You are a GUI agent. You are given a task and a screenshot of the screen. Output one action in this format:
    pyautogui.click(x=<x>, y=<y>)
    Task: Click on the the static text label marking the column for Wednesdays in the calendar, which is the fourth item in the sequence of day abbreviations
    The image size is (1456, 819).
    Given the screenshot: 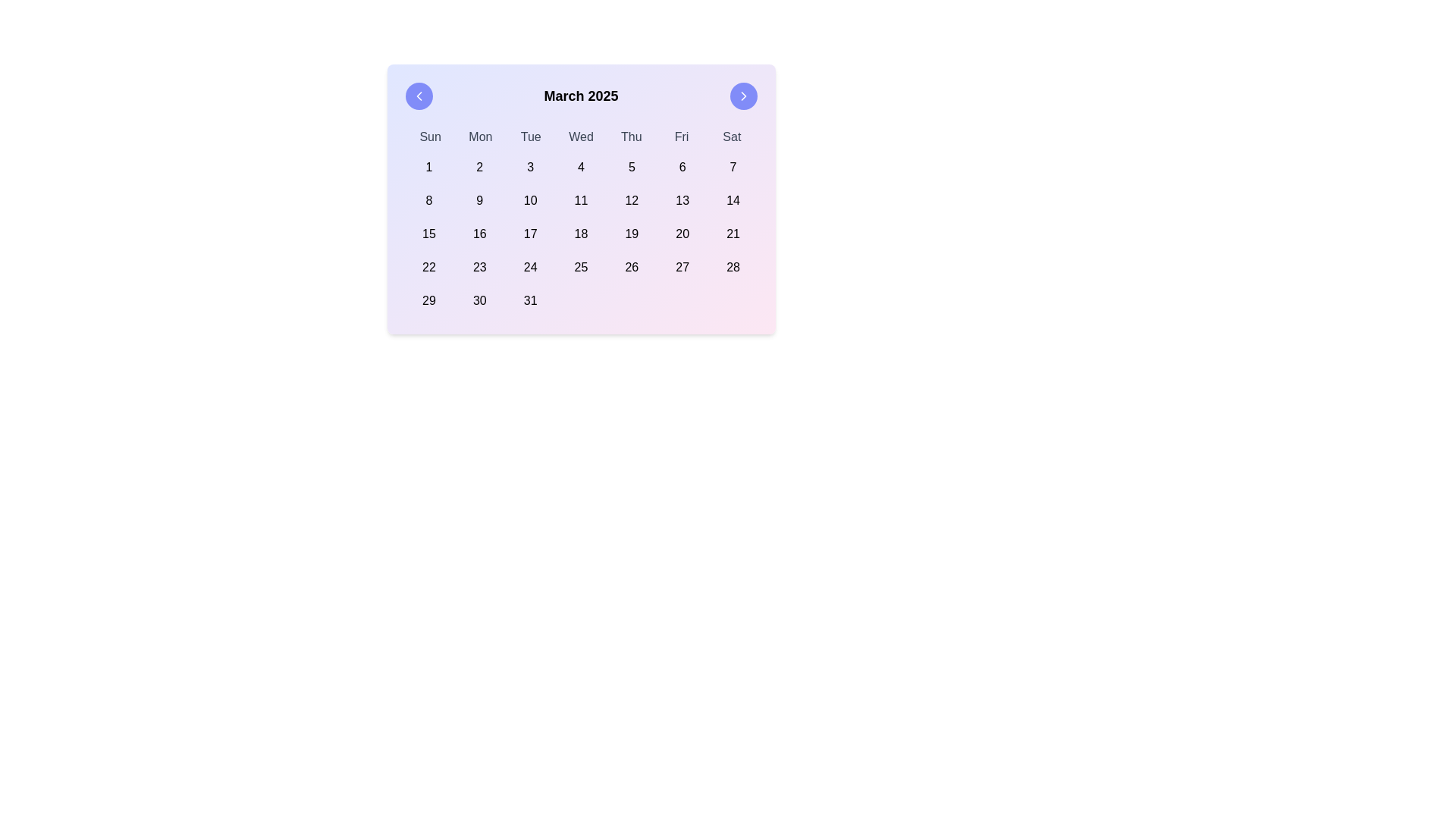 What is the action you would take?
    pyautogui.click(x=580, y=137)
    